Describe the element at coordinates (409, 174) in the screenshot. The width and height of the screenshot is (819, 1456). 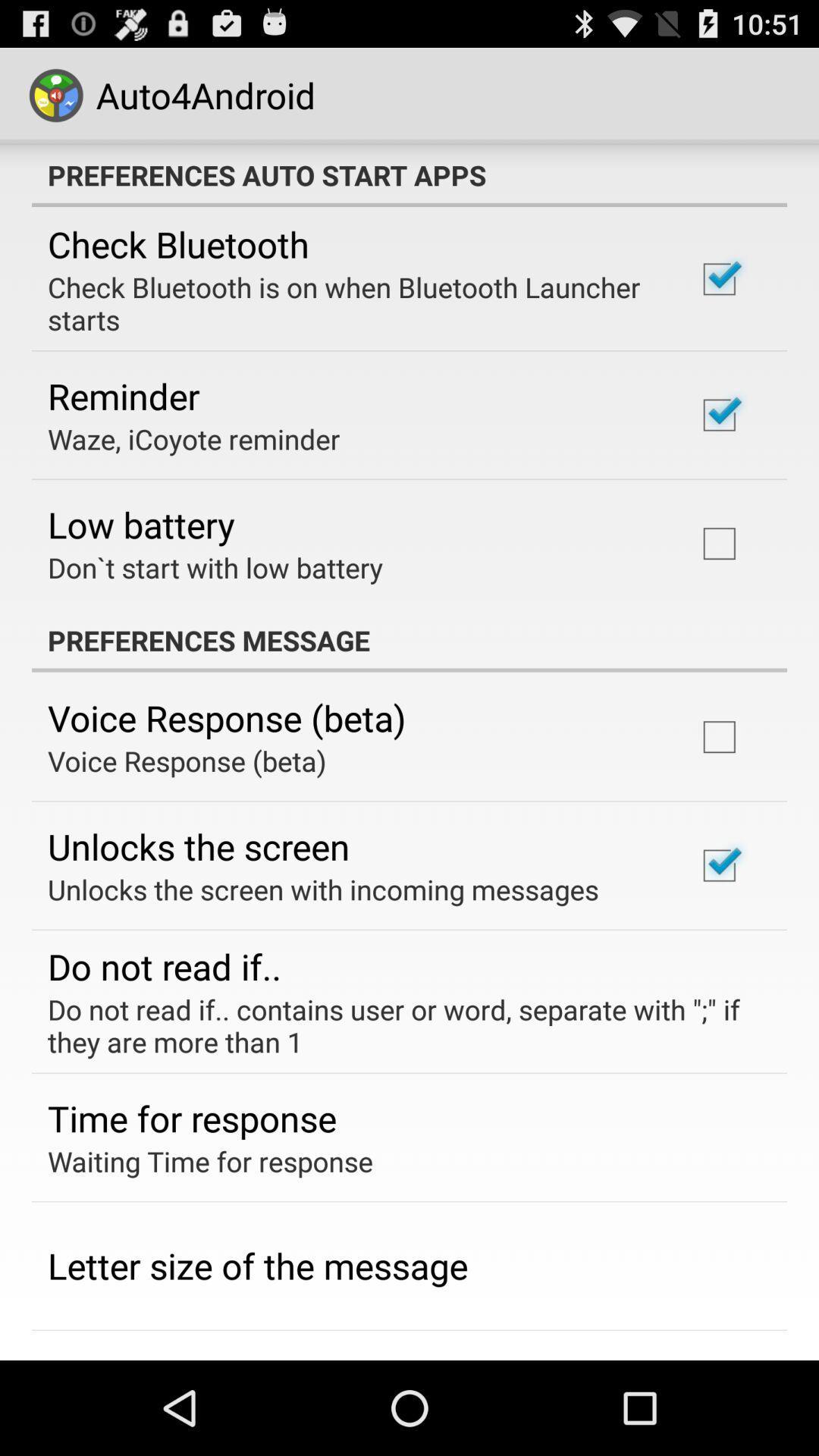
I see `preferences auto start item` at that location.